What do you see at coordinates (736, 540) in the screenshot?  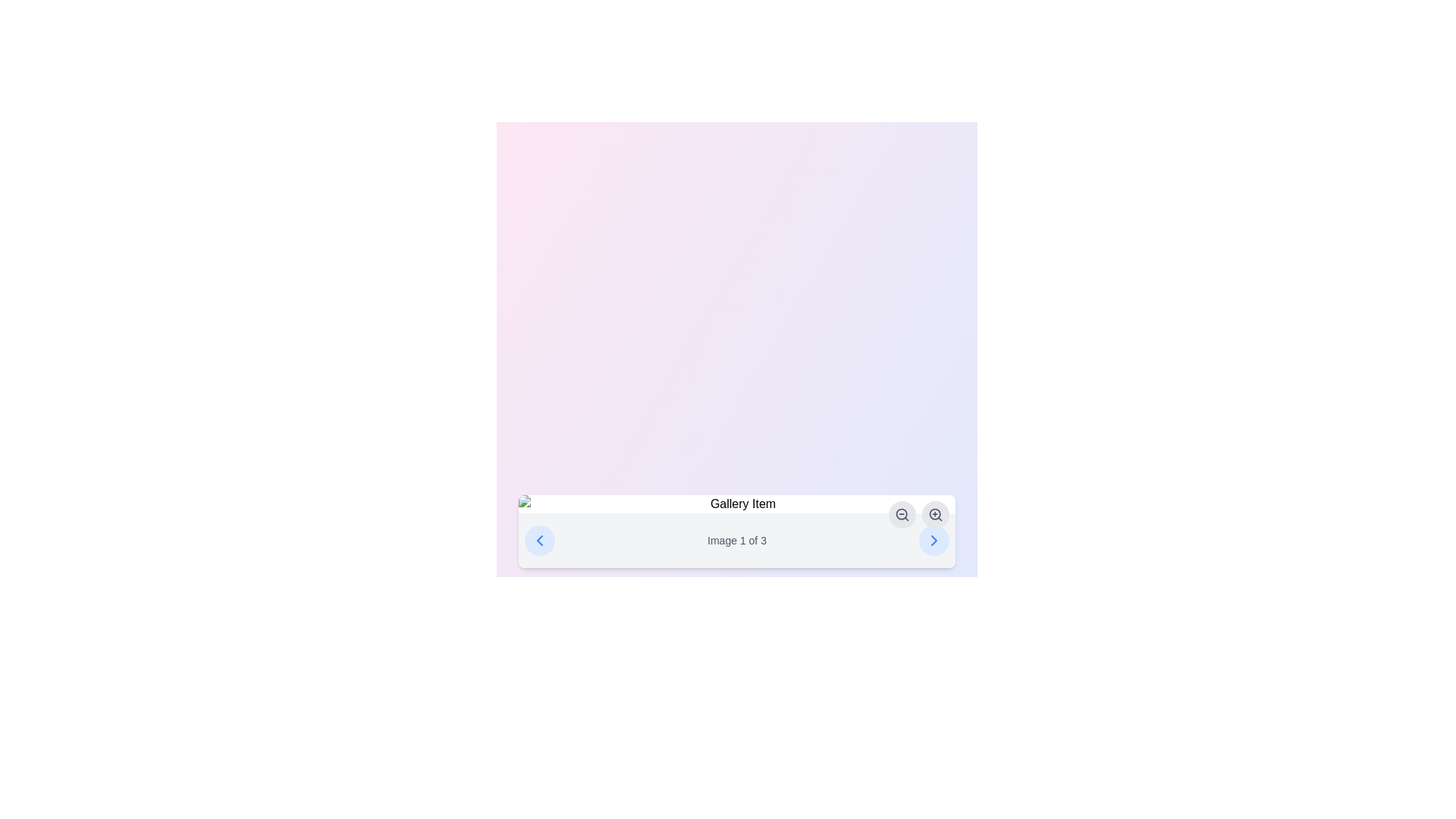 I see `text from the Text element that indicates the current position within a gallery or carousel, located at the bottom section of the interface, centered between the navigational arrows` at bounding box center [736, 540].